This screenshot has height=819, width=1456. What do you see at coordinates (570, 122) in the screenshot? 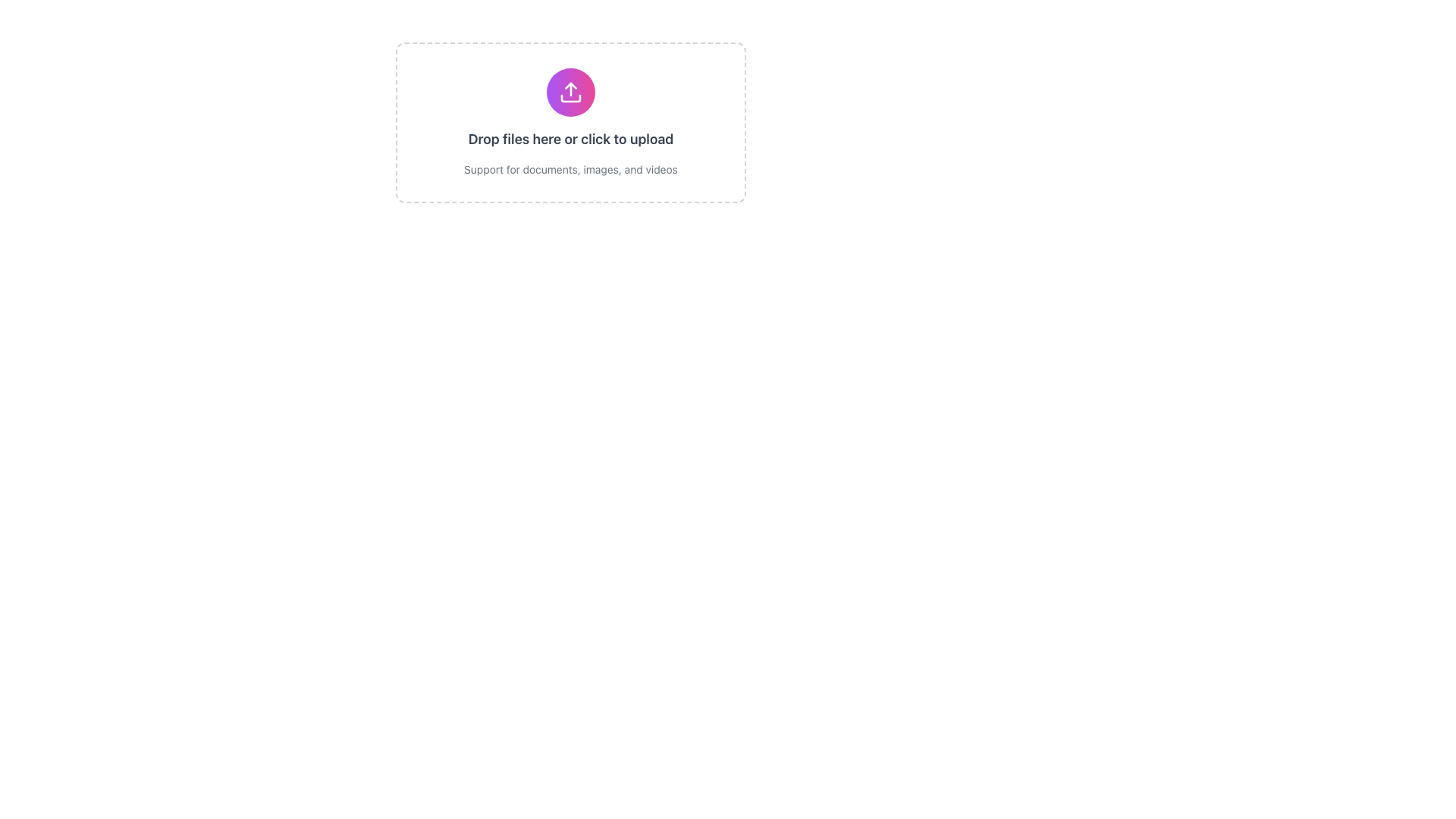
I see `and drop files onto the File upload box, which is a rectangular area with a dashed border and a gradient circular icon with an upward arrow, accompanied by the text 'Drop files here or click` at bounding box center [570, 122].